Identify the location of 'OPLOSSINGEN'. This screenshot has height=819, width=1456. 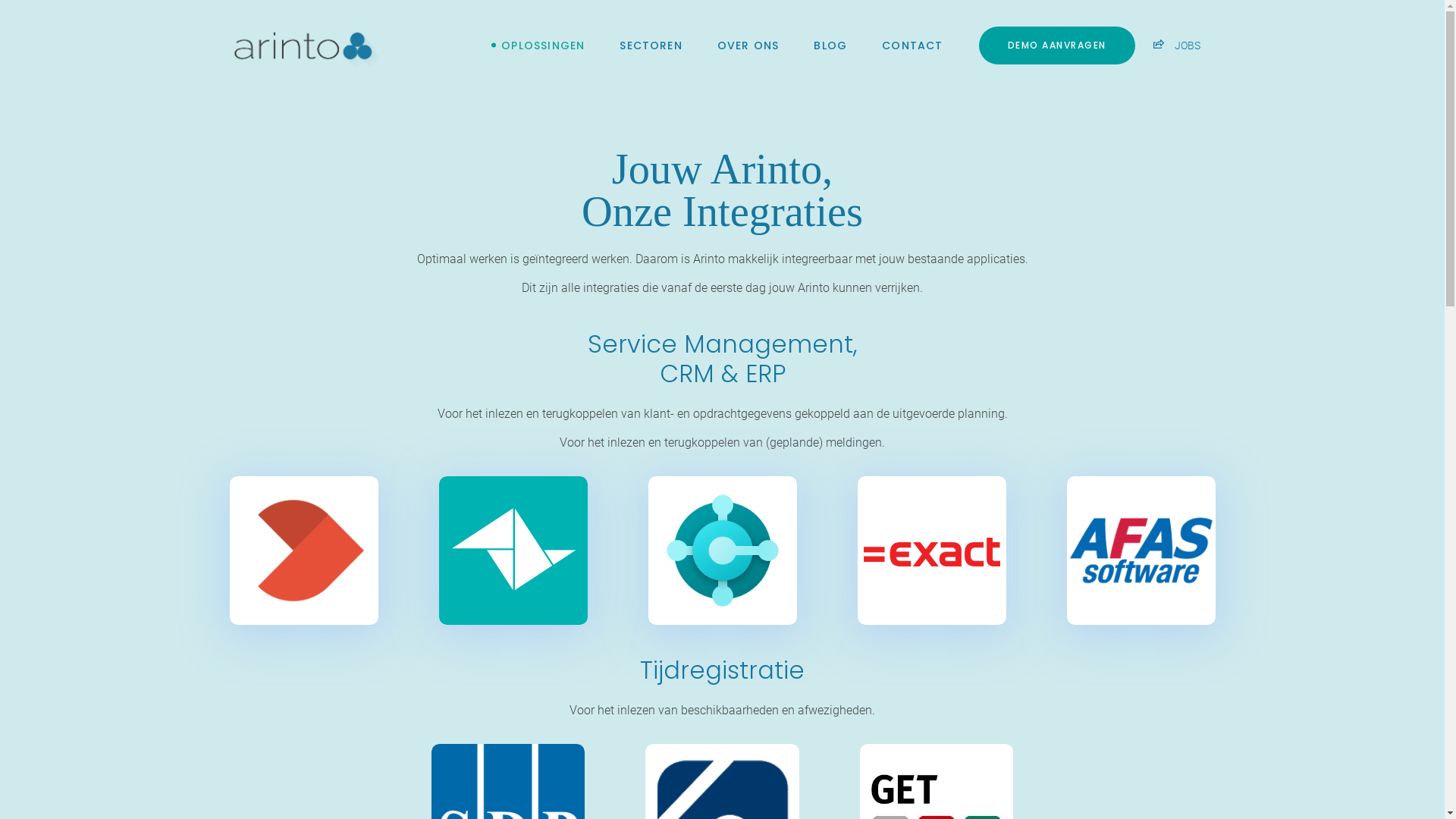
(483, 45).